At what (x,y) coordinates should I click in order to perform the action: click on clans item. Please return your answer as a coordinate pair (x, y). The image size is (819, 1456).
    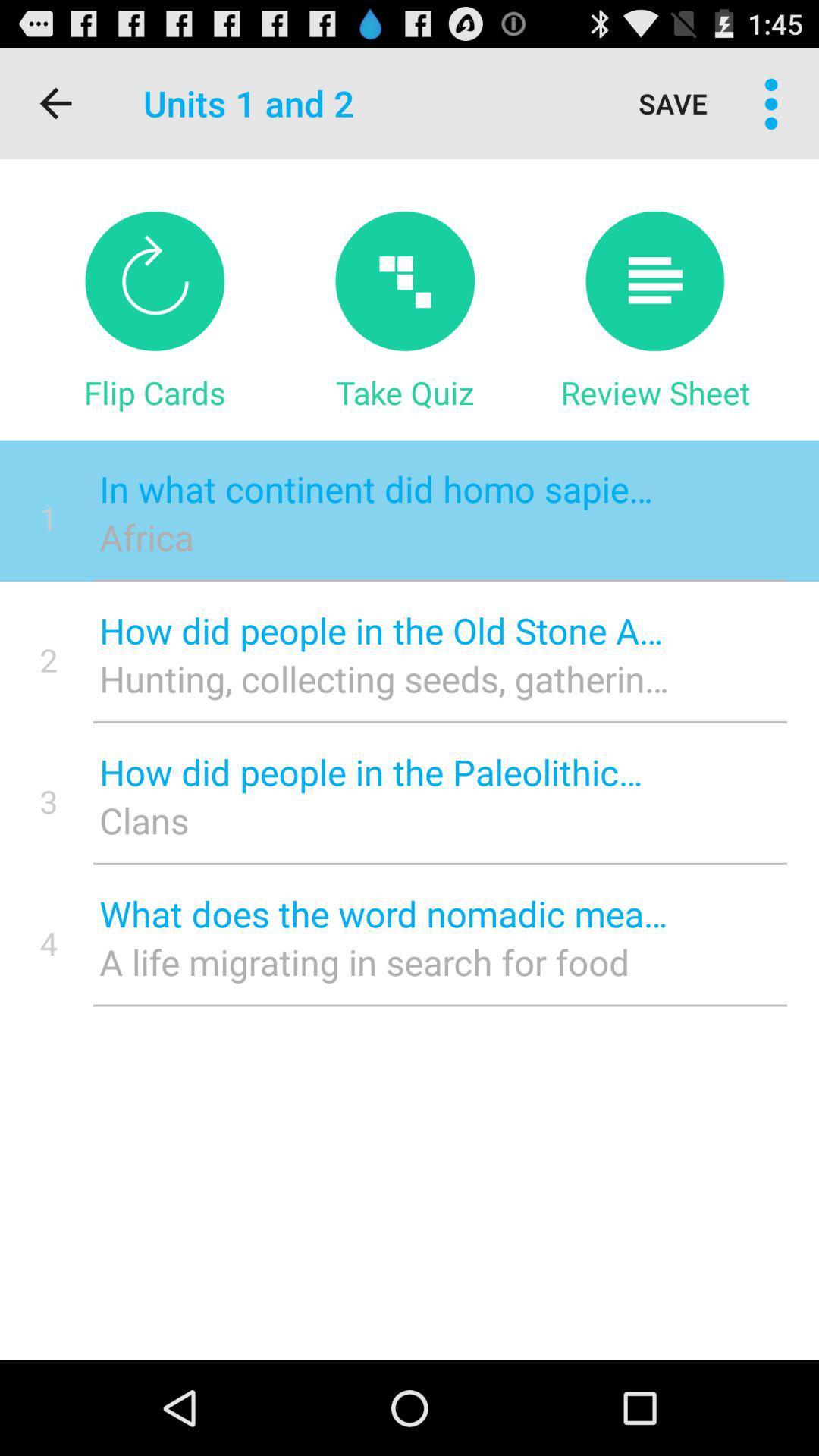
    Looking at the image, I should click on (383, 819).